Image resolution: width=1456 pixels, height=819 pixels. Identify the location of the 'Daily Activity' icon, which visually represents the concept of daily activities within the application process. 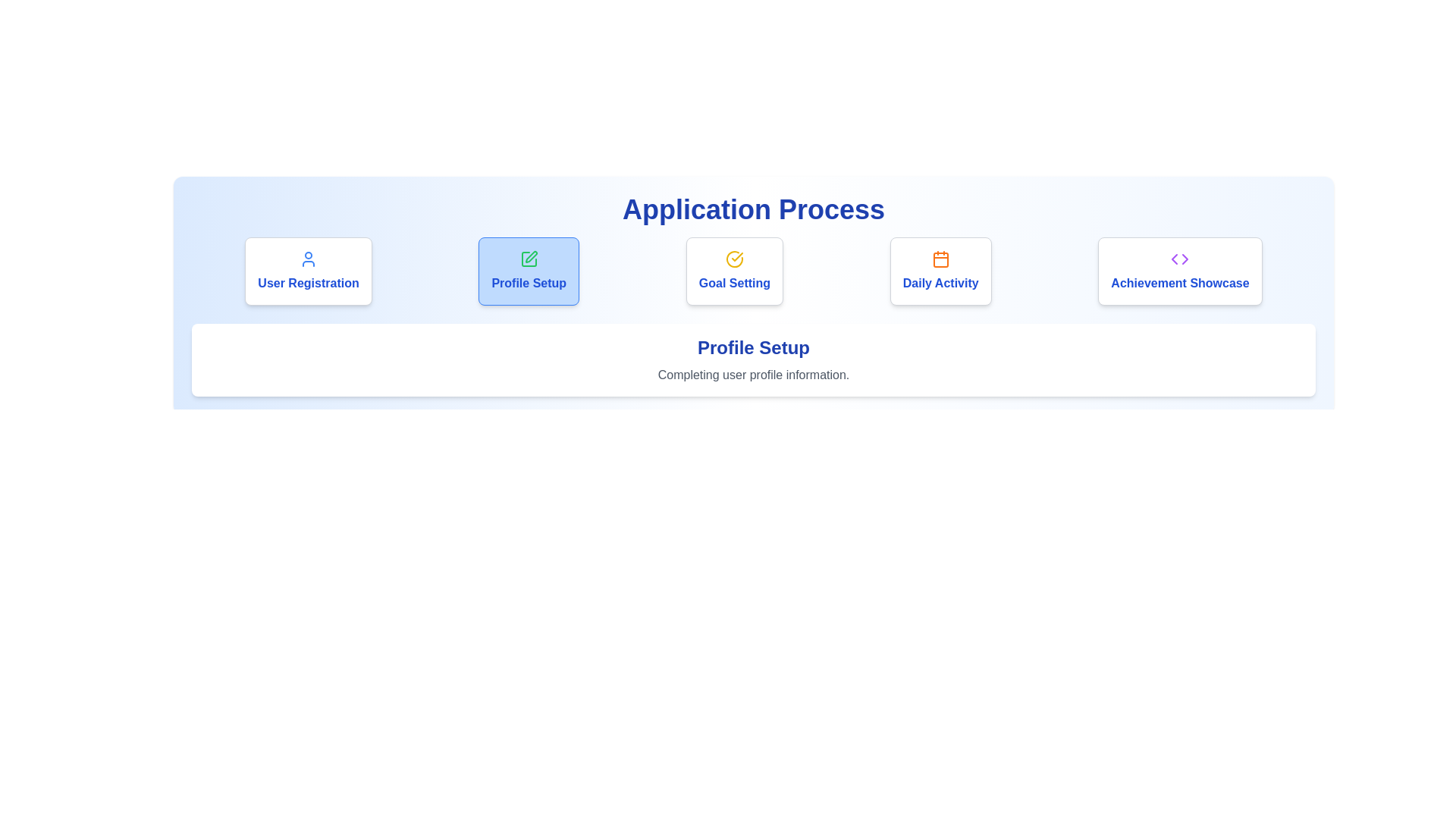
(940, 259).